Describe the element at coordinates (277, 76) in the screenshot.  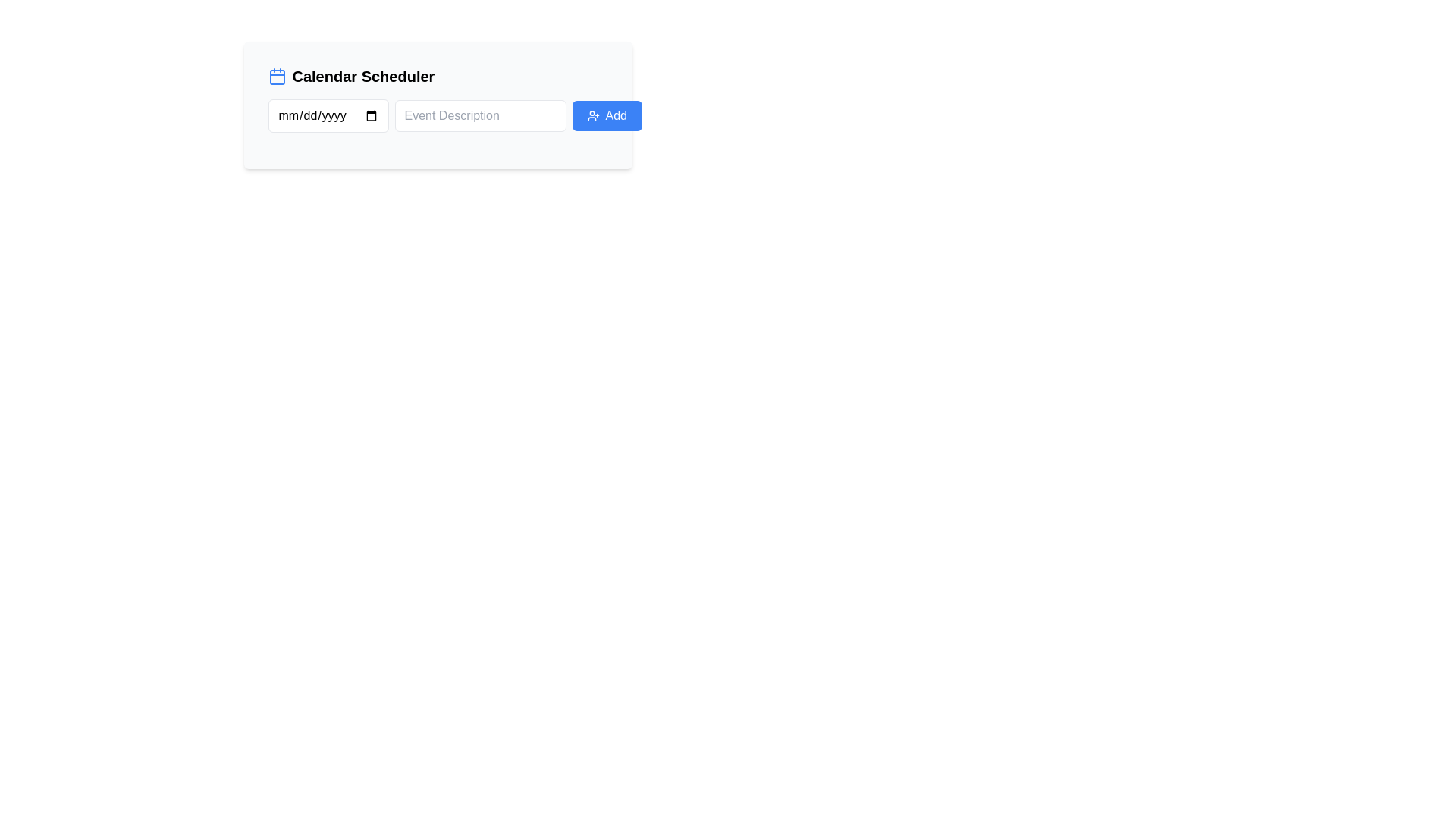
I see `the blue calendar icon located to the left of the 'Calendar Scheduler' text in the top section of the interface` at that location.